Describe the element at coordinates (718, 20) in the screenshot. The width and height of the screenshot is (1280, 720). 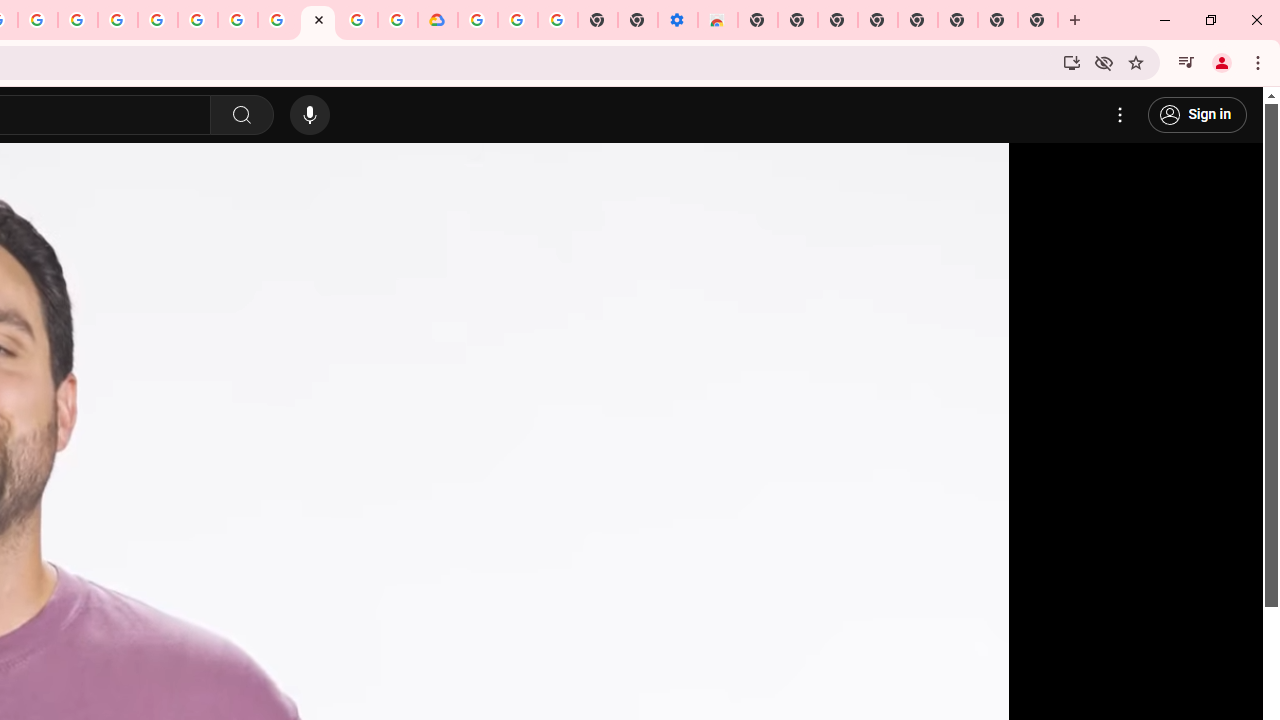
I see `'Chrome Web Store - Accessibility extensions'` at that location.